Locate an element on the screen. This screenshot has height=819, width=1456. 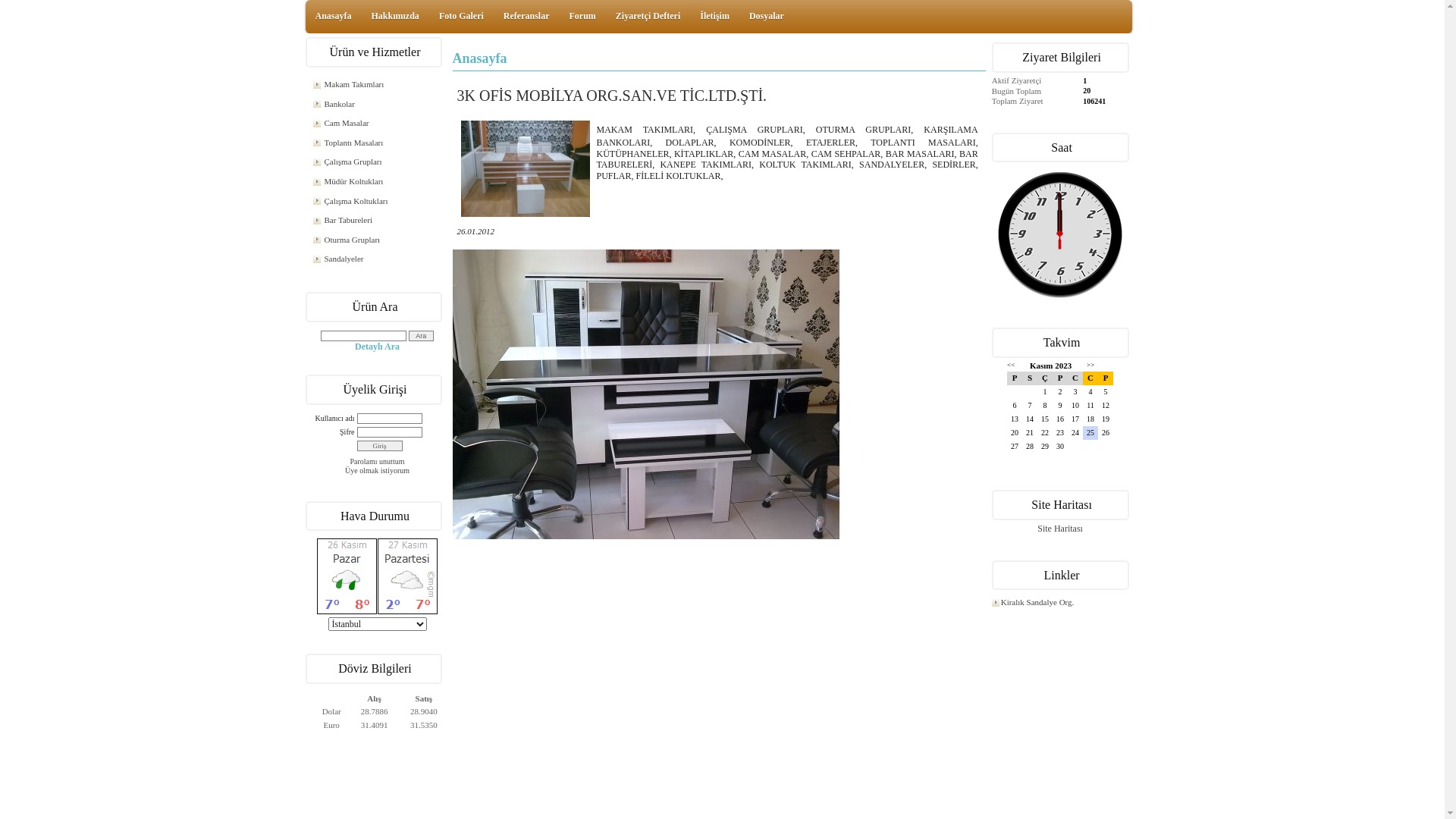
'Referanslar' is located at coordinates (526, 15).